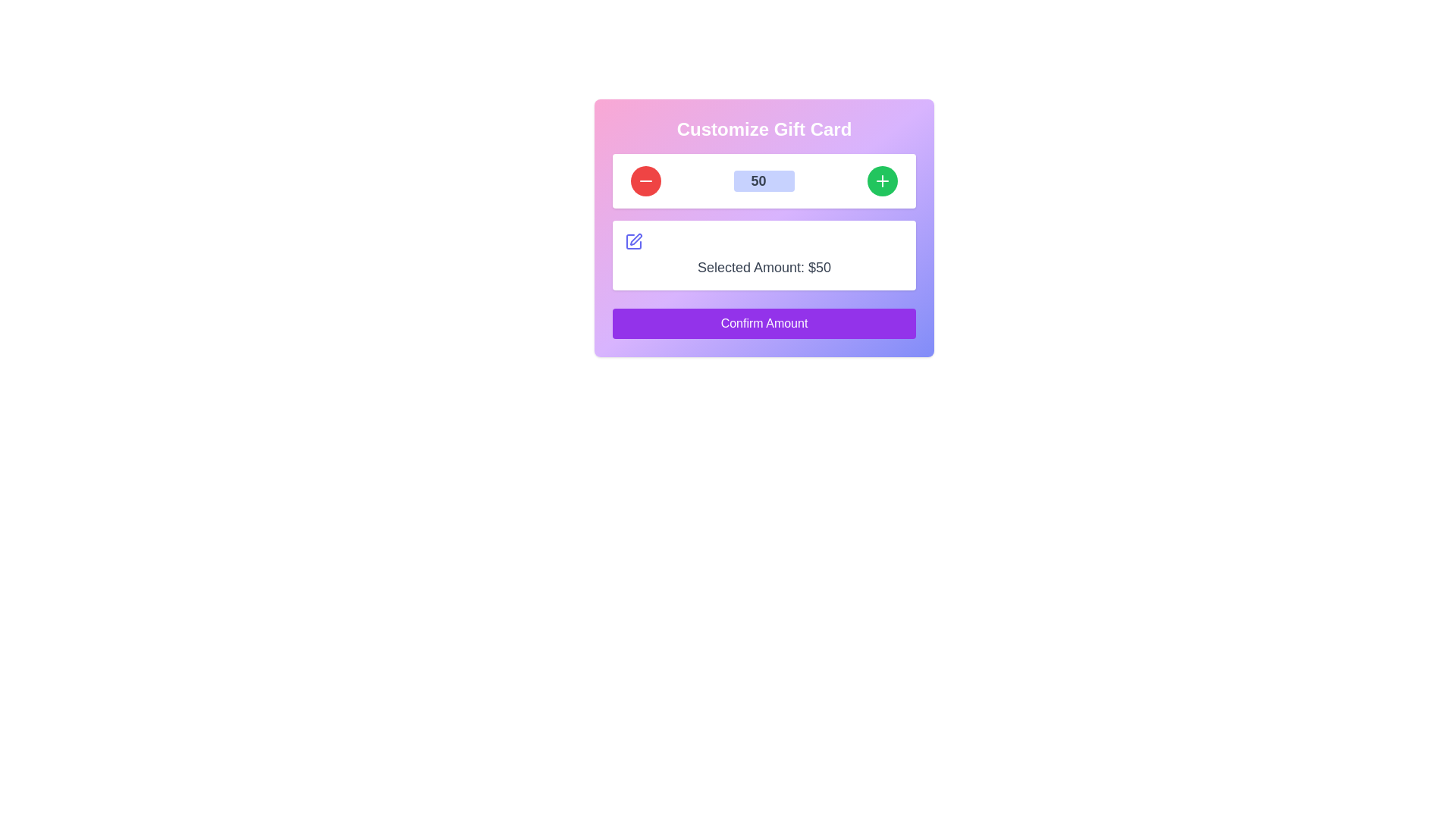  What do you see at coordinates (882, 180) in the screenshot?
I see `the circular green button with a white 'plus' symbol` at bounding box center [882, 180].